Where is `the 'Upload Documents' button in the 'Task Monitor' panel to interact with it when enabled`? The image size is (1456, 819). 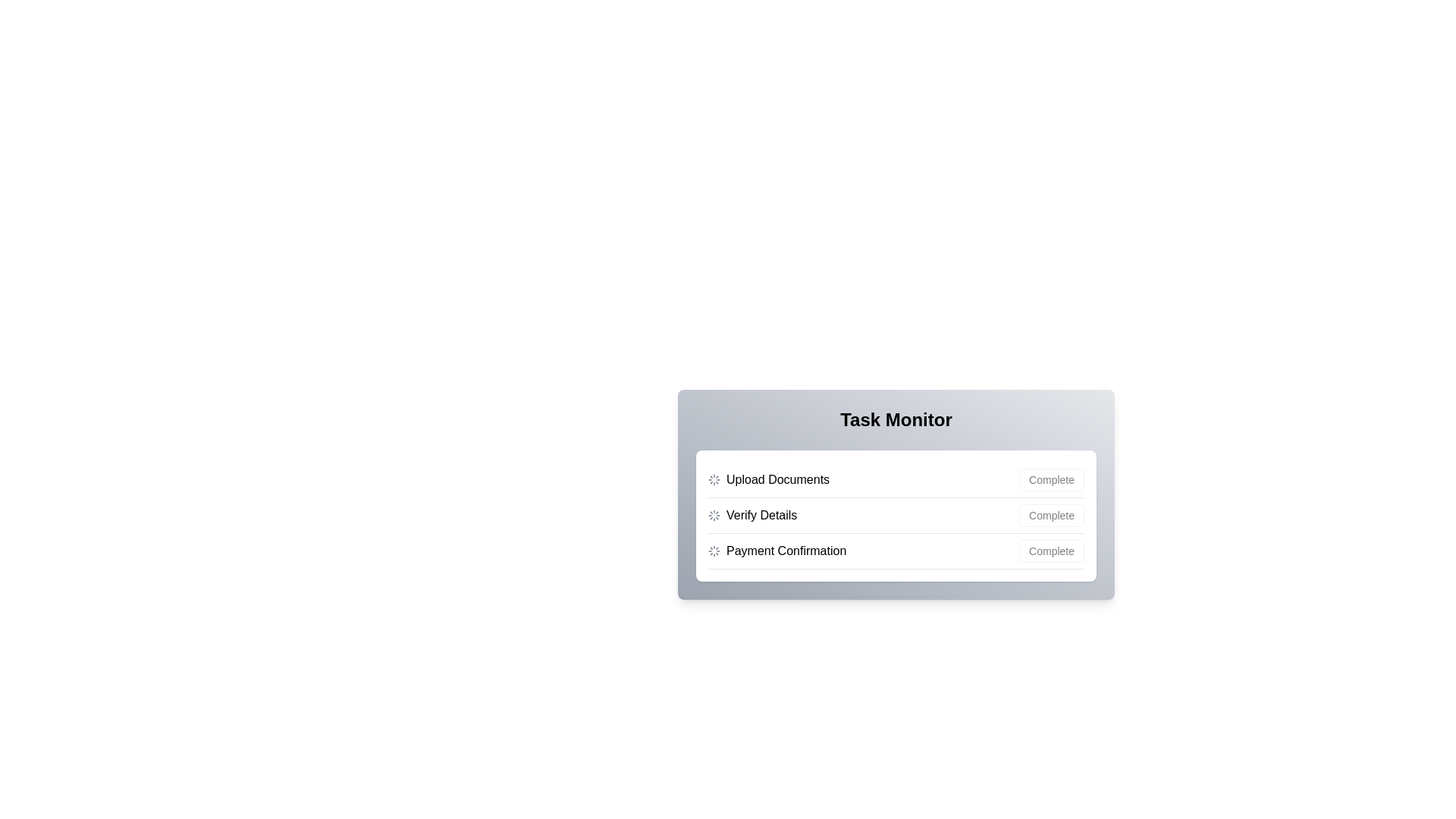
the 'Upload Documents' button in the 'Task Monitor' panel to interact with it when enabled is located at coordinates (1051, 479).